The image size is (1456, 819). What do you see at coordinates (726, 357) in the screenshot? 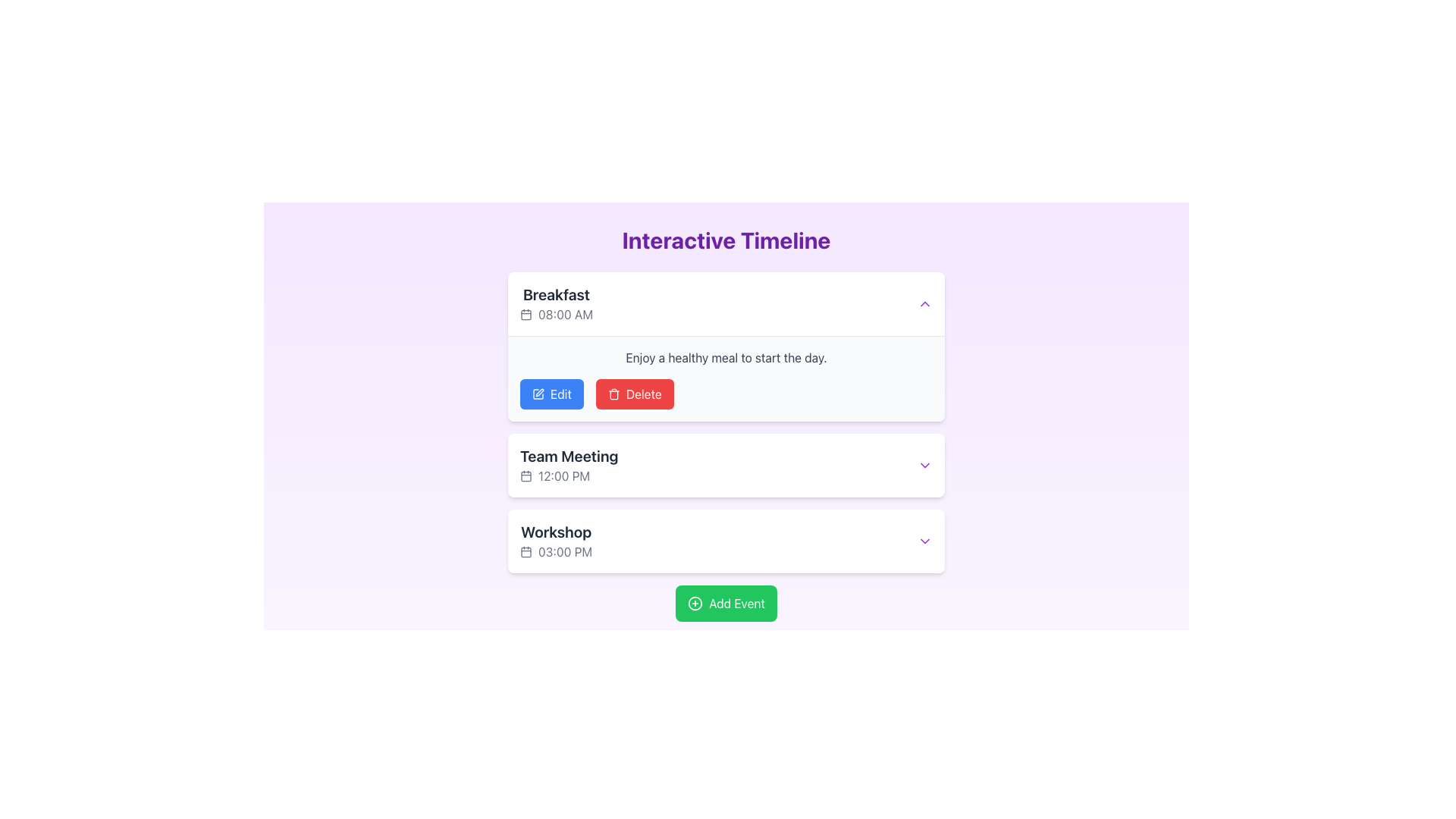
I see `static text element describing the 'Breakfast' event, which is located above the 'Edit' and 'Delete' buttons in the first event entry block of the timeline interface` at bounding box center [726, 357].